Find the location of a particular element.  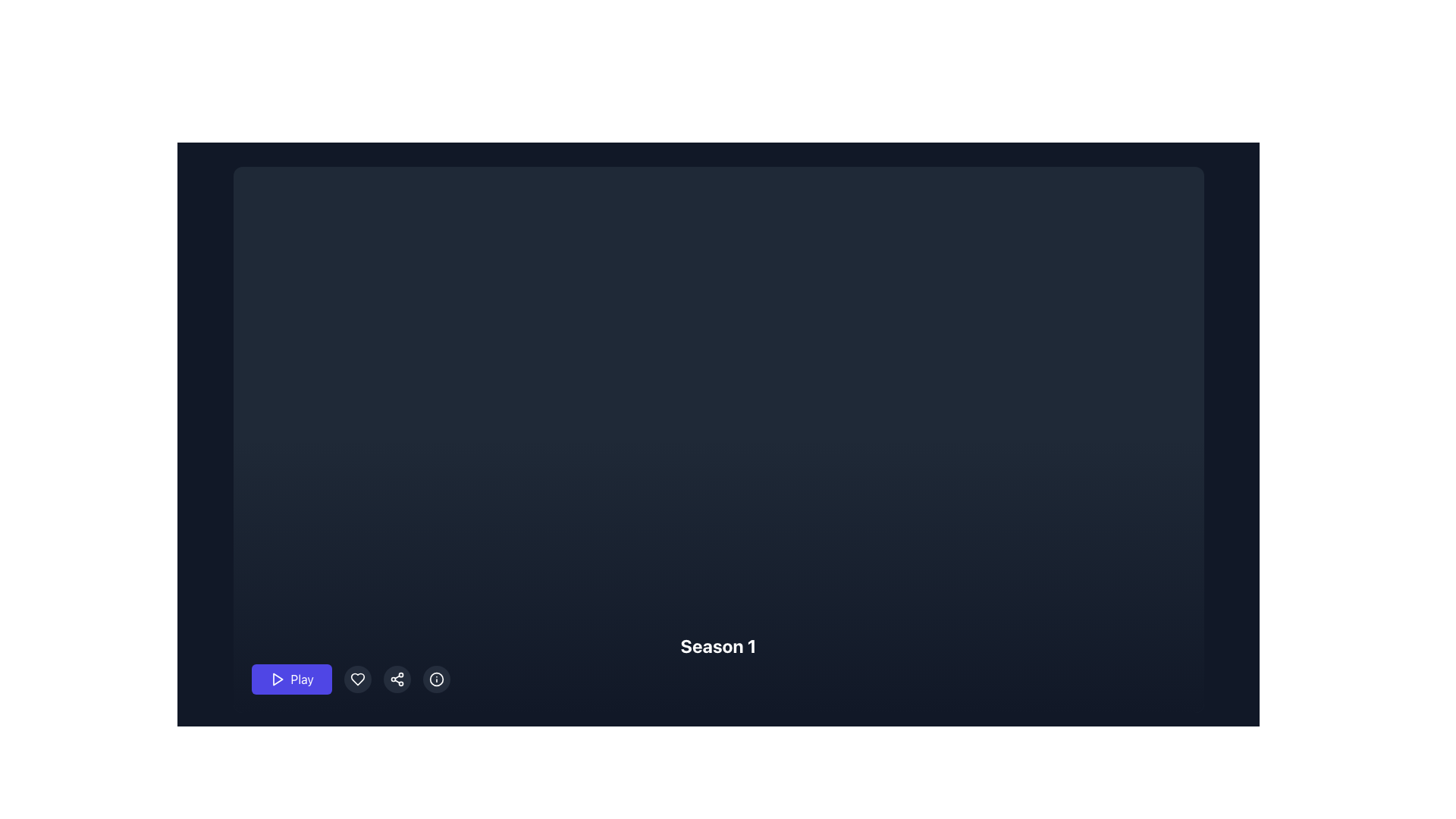

the heart icon that symbolizes a 'like' or 'favorite' function, located in the bottom-left corner of the interface, specifically the second icon from the left is located at coordinates (356, 678).